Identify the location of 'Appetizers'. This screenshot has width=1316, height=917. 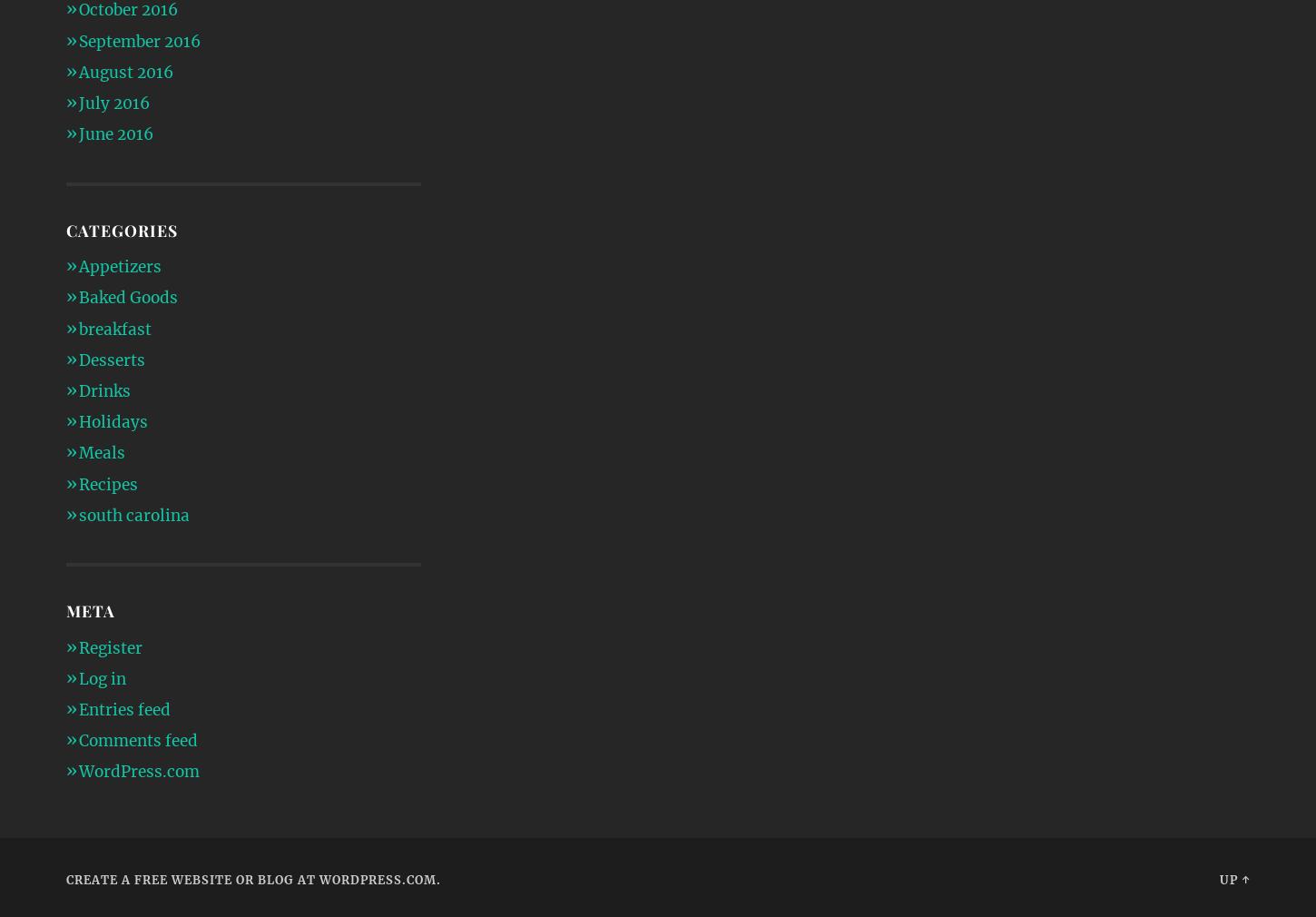
(118, 267).